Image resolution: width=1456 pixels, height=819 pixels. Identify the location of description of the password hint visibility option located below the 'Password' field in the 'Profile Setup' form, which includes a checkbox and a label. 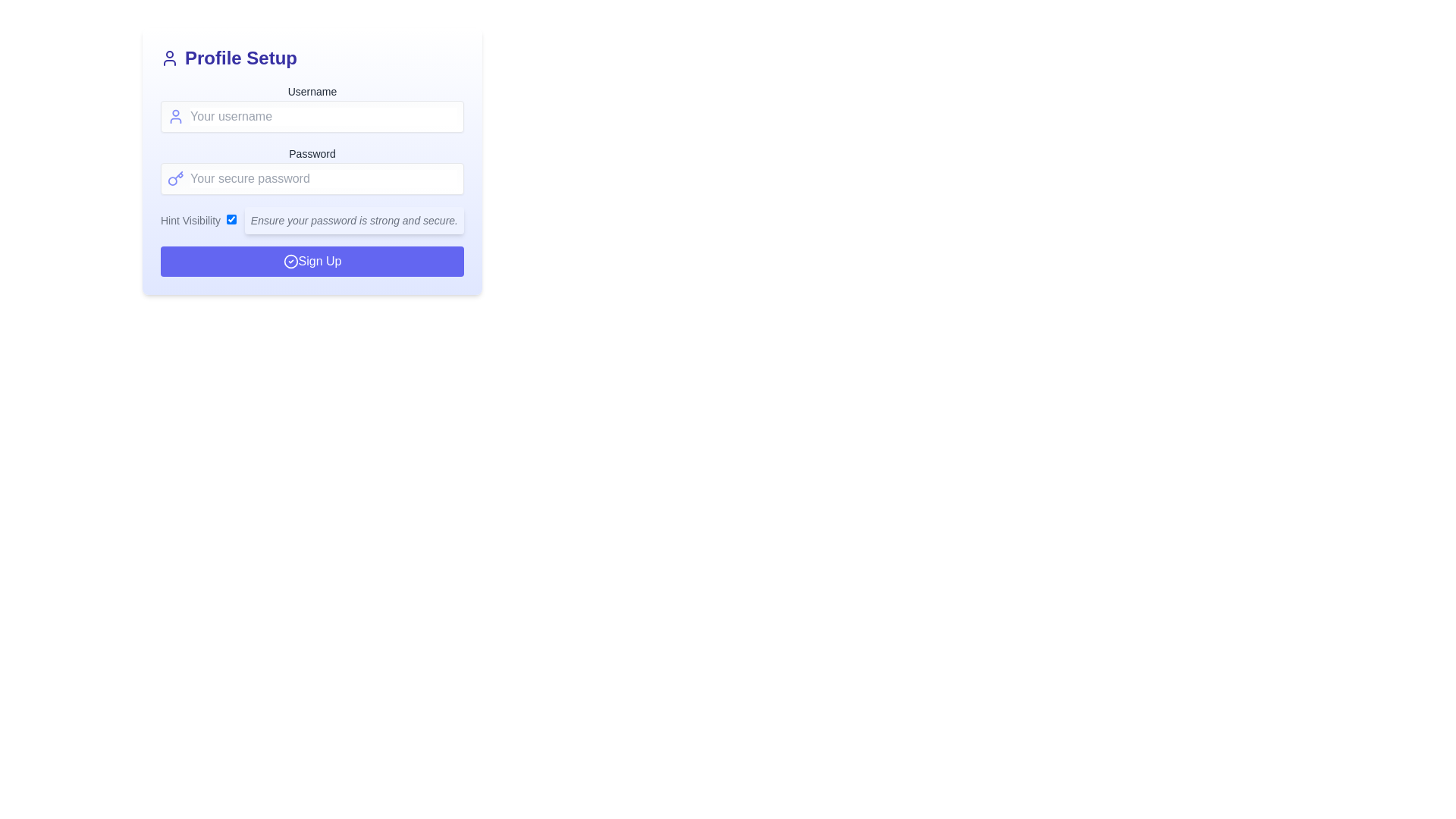
(312, 220).